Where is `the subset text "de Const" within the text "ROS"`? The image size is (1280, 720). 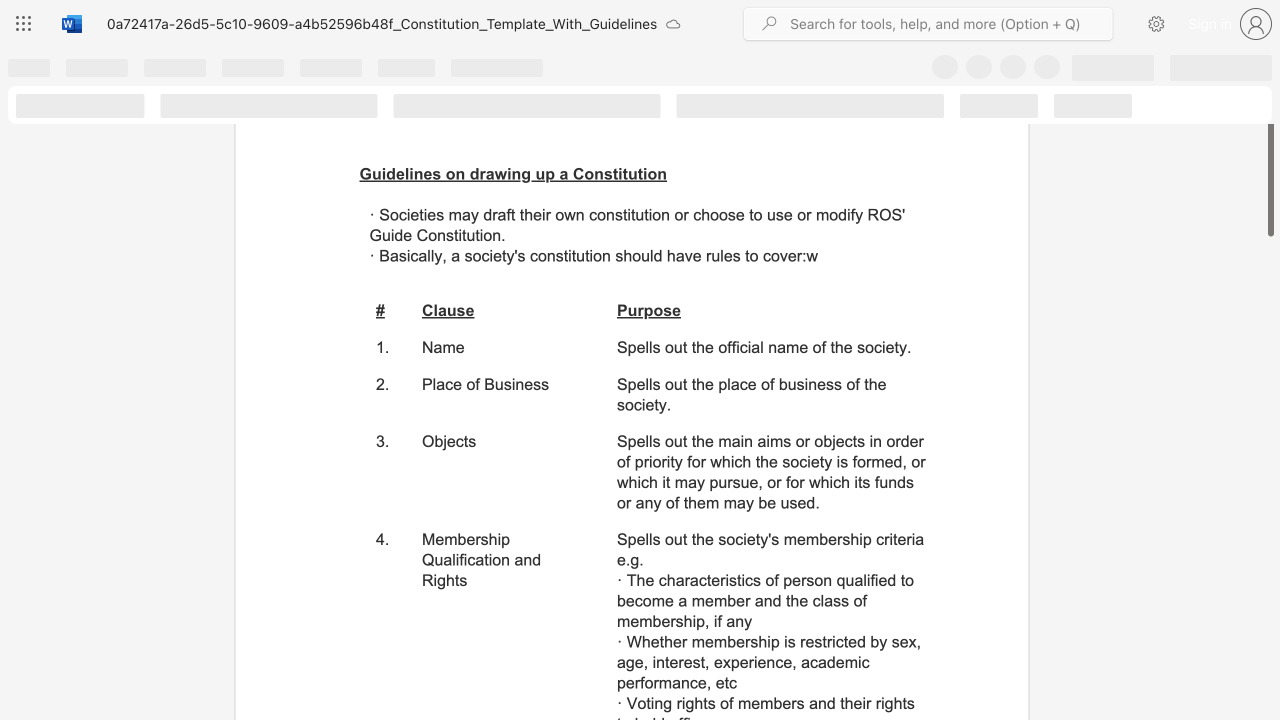 the subset text "de Const" within the text "ROS" is located at coordinates (394, 234).